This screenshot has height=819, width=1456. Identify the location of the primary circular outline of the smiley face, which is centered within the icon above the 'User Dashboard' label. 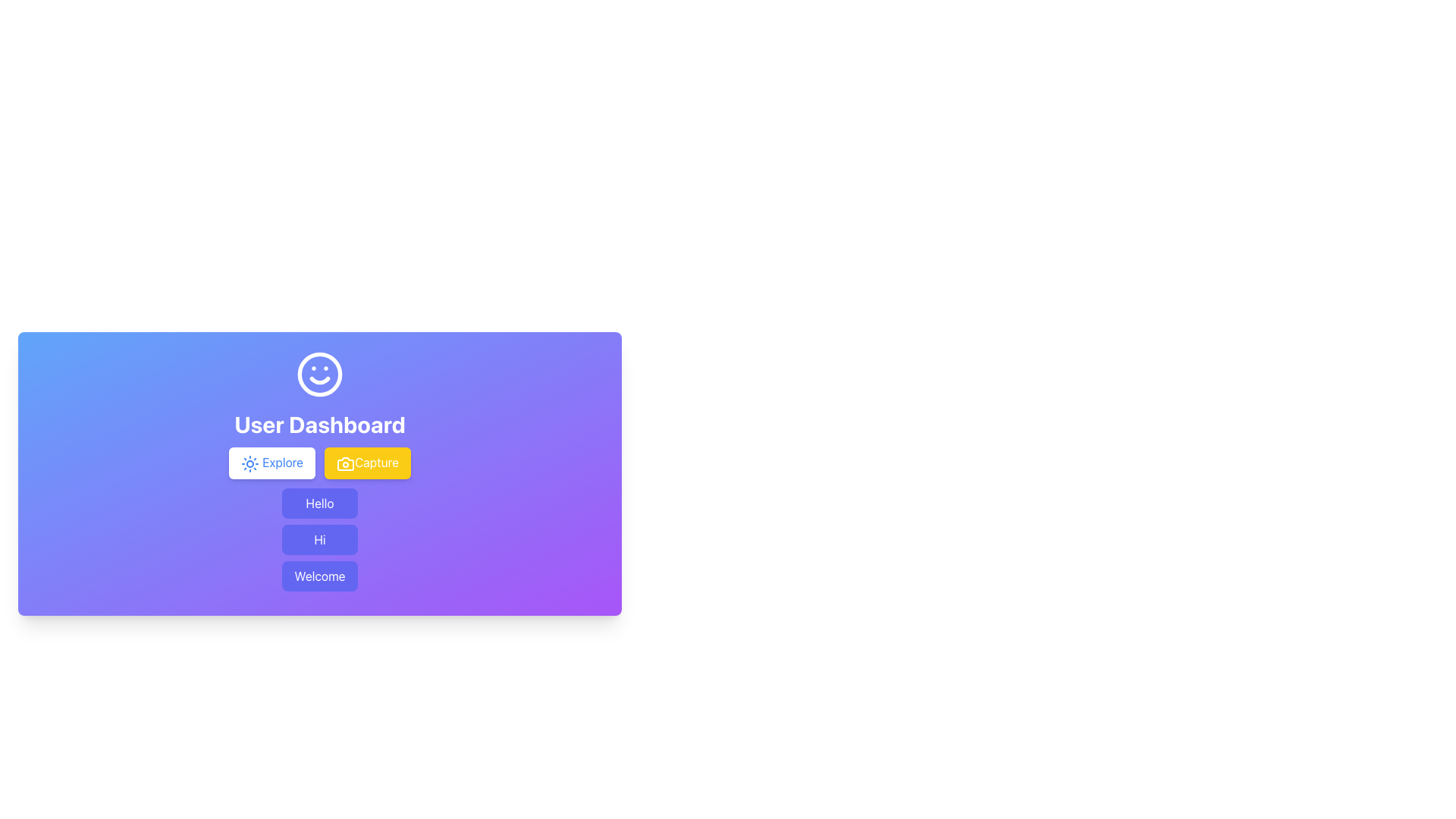
(319, 374).